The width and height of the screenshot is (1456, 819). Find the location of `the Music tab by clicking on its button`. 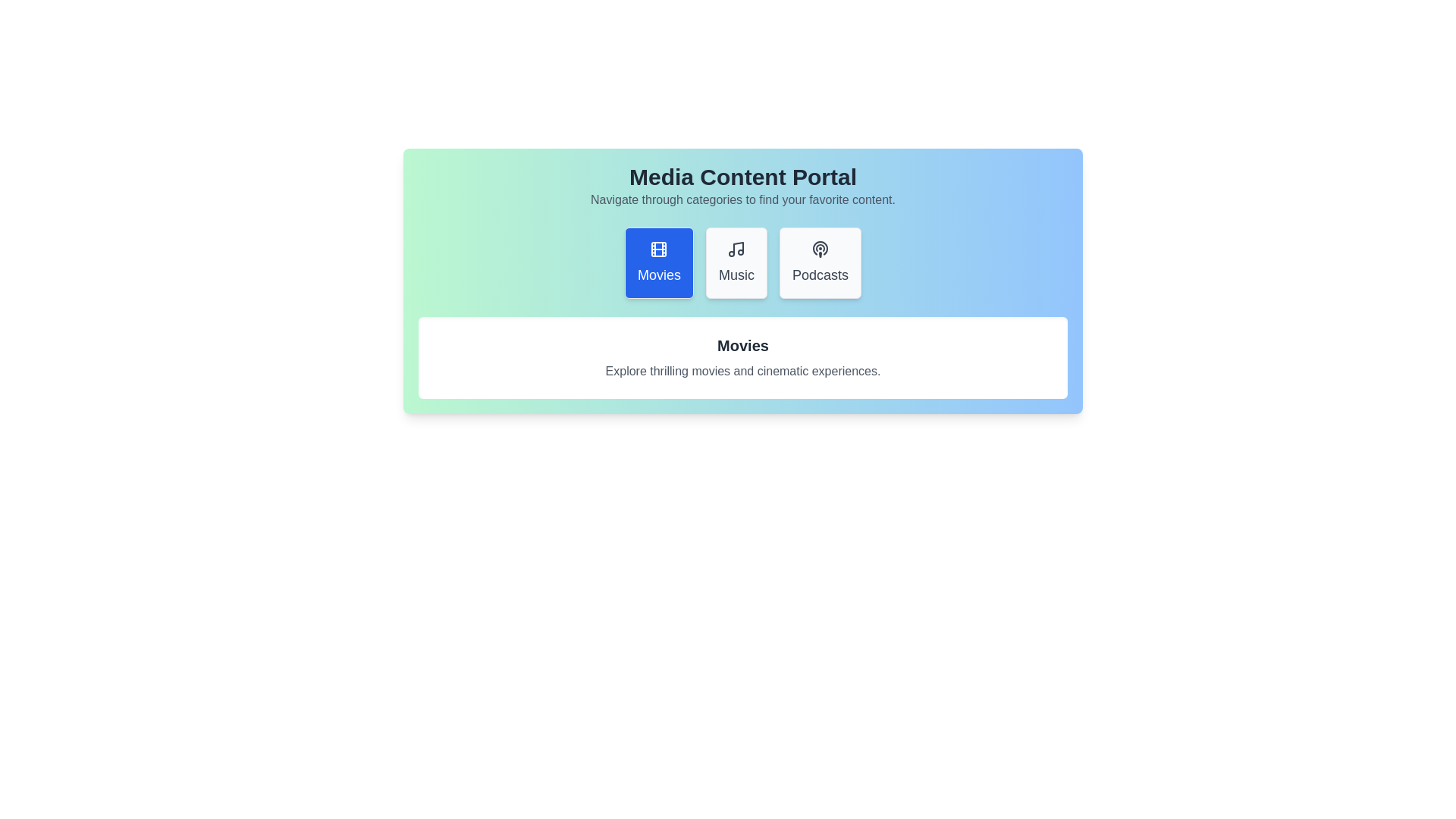

the Music tab by clicking on its button is located at coordinates (736, 262).